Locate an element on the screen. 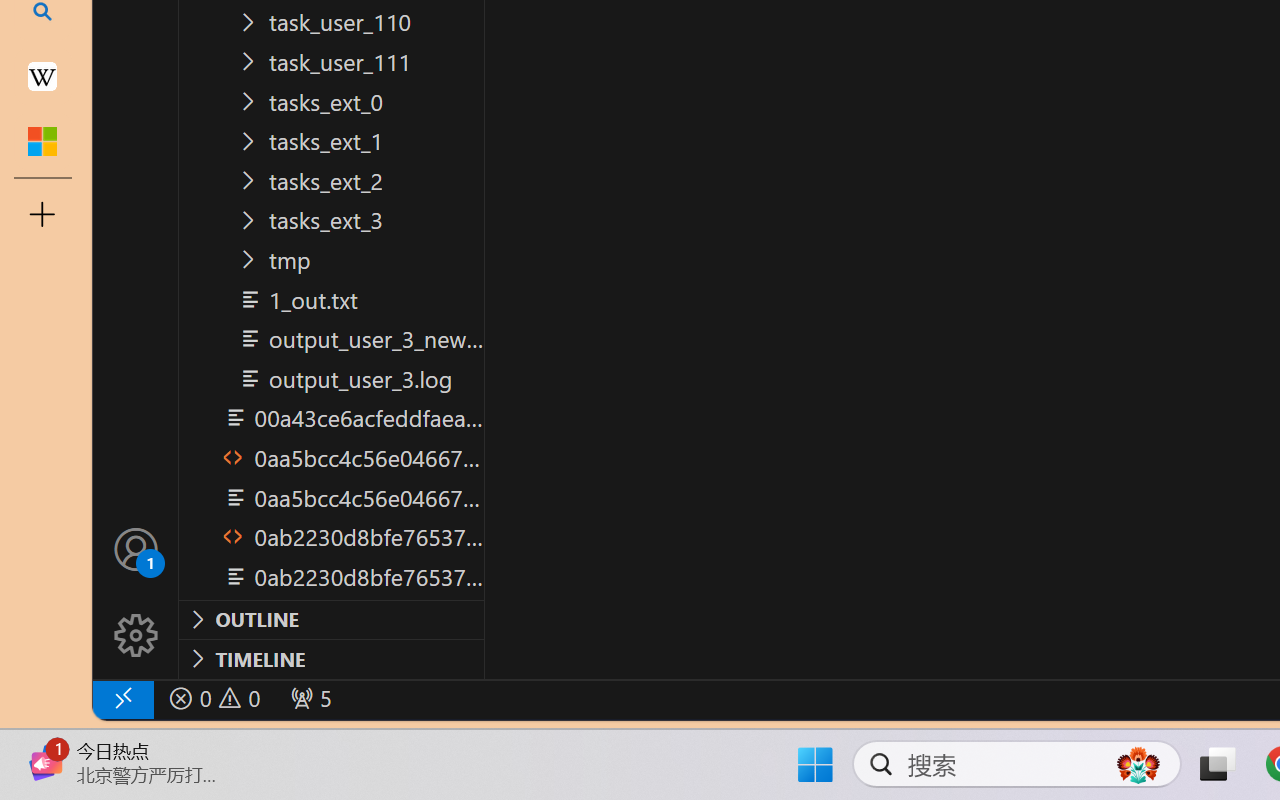  'No Problems' is located at coordinates (213, 698).